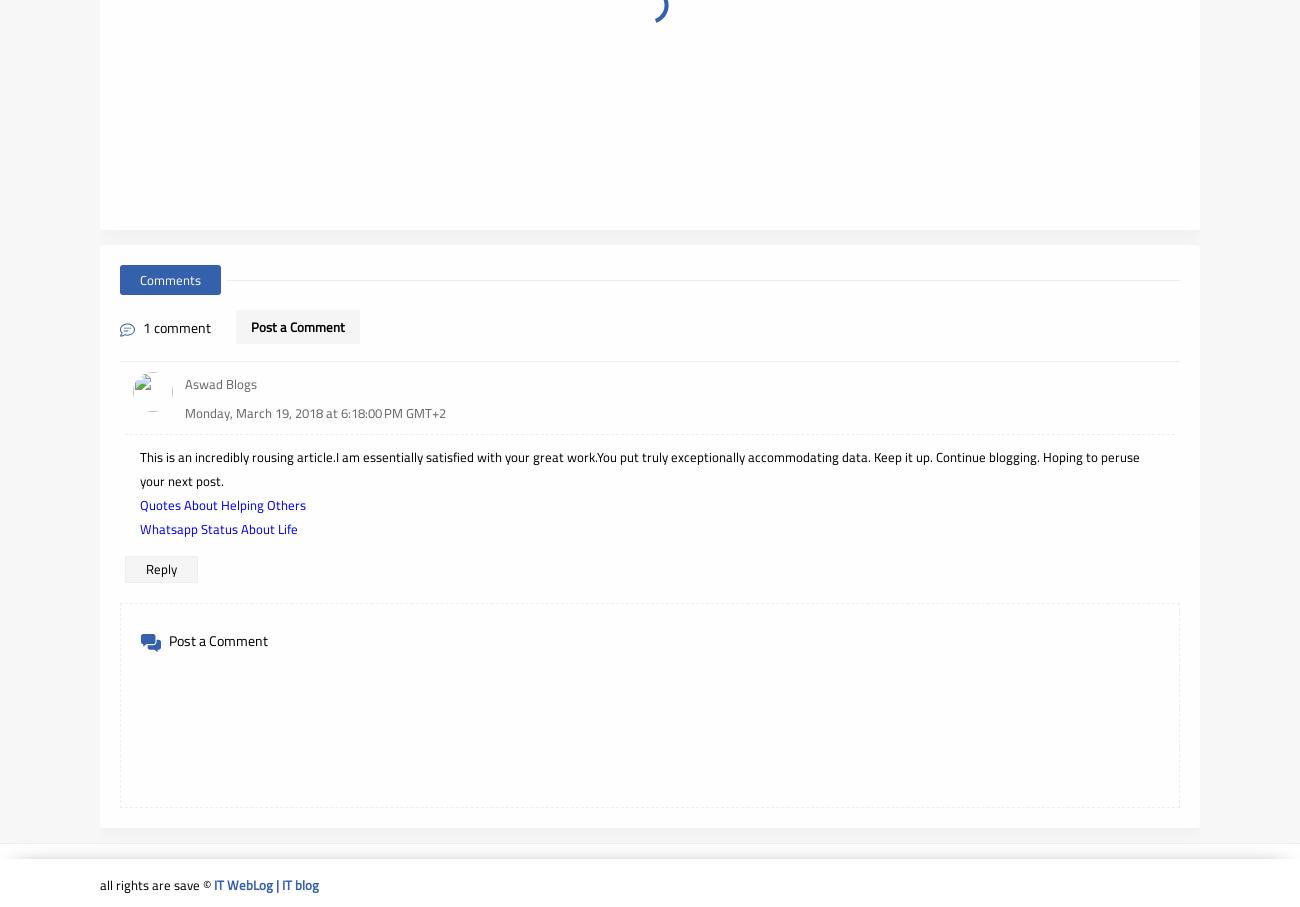 The width and height of the screenshot is (1300, 907). Describe the element at coordinates (218, 527) in the screenshot. I see `'Whatsapp Status About Life'` at that location.